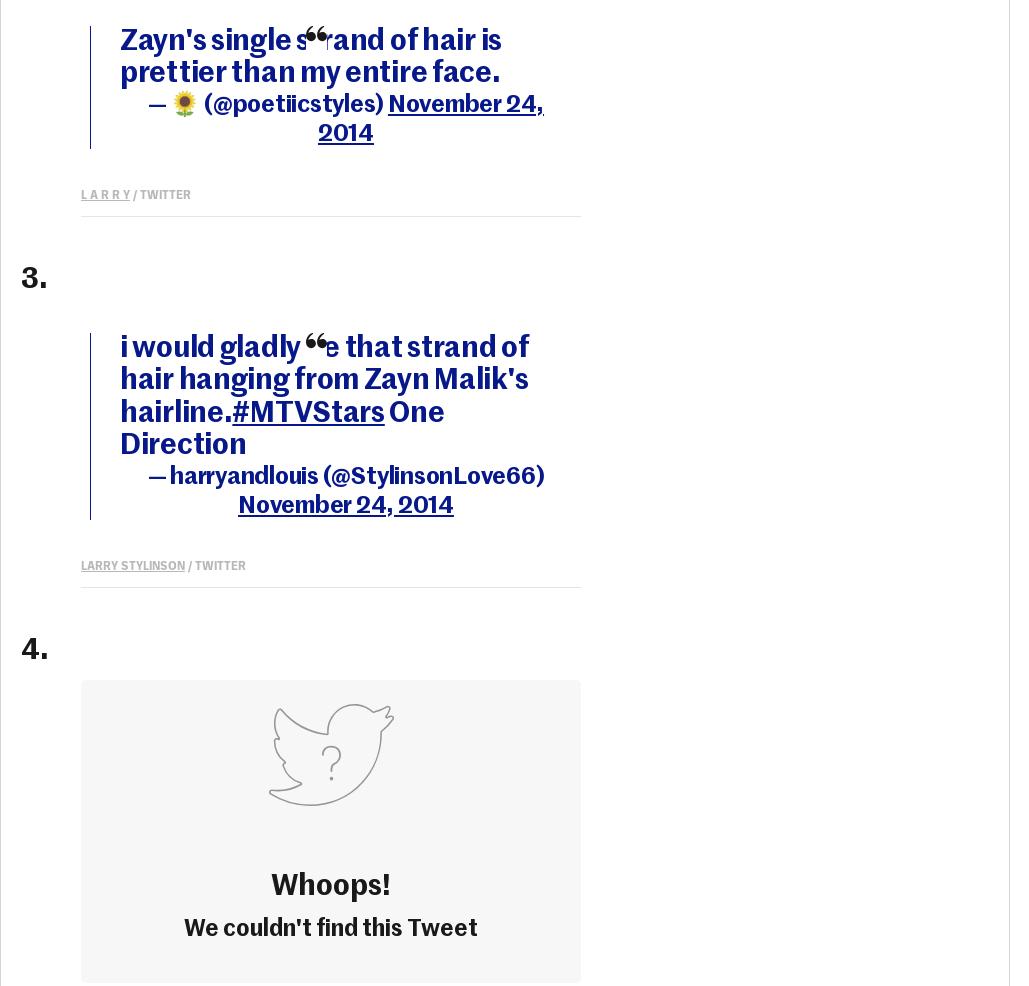  What do you see at coordinates (20, 650) in the screenshot?
I see `'4.'` at bounding box center [20, 650].